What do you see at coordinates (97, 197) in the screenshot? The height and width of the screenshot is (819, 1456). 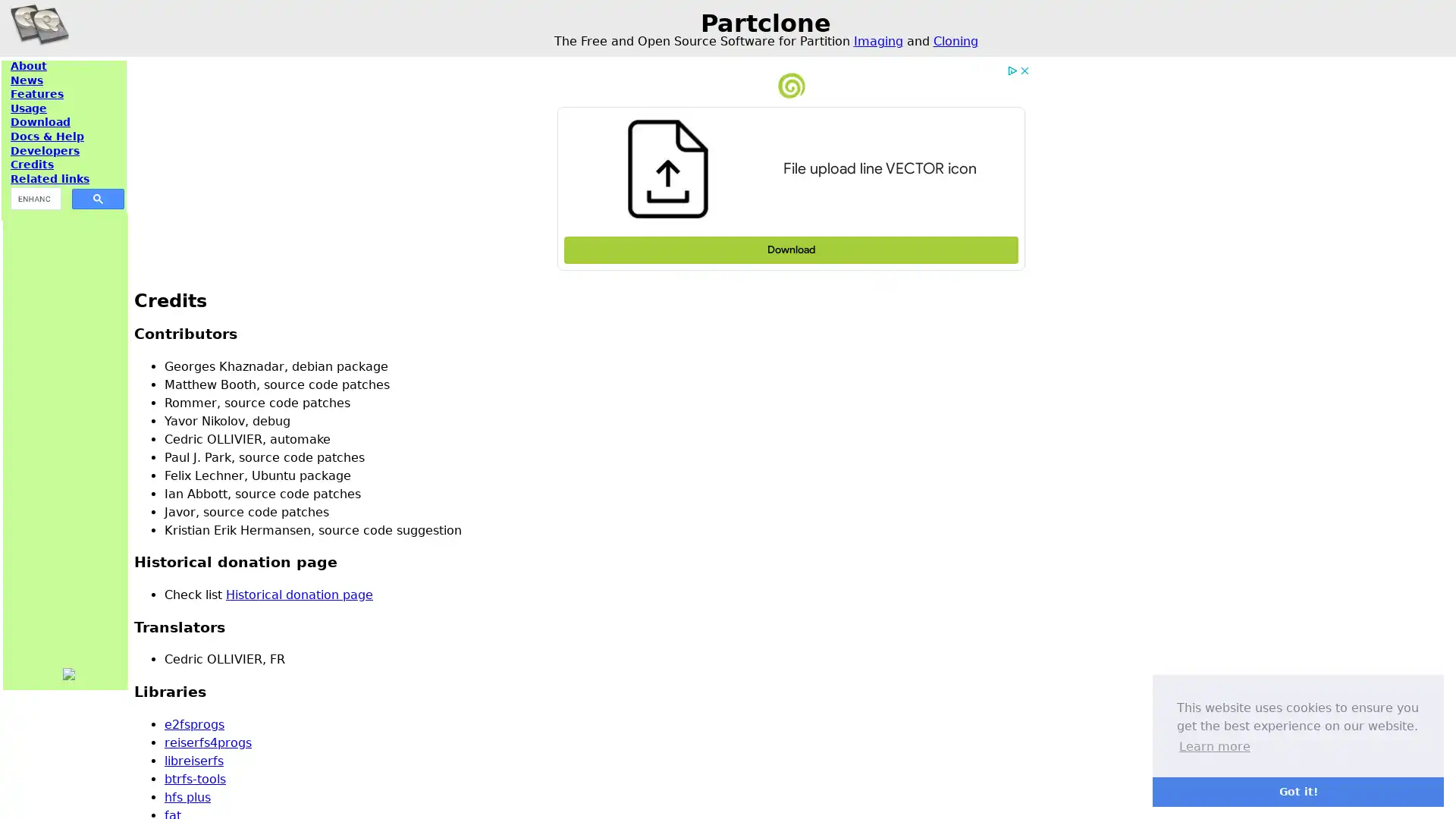 I see `search` at bounding box center [97, 197].